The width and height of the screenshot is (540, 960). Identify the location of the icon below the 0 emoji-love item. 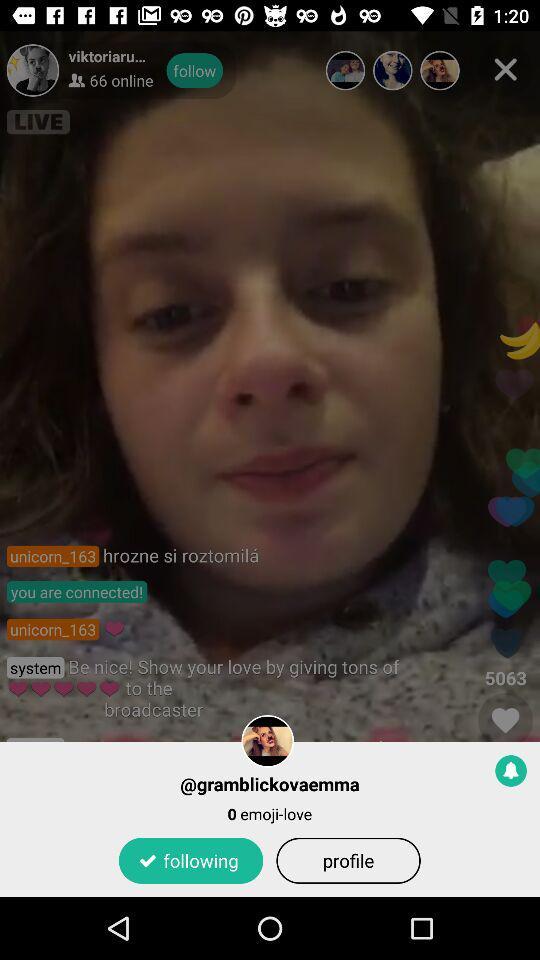
(347, 859).